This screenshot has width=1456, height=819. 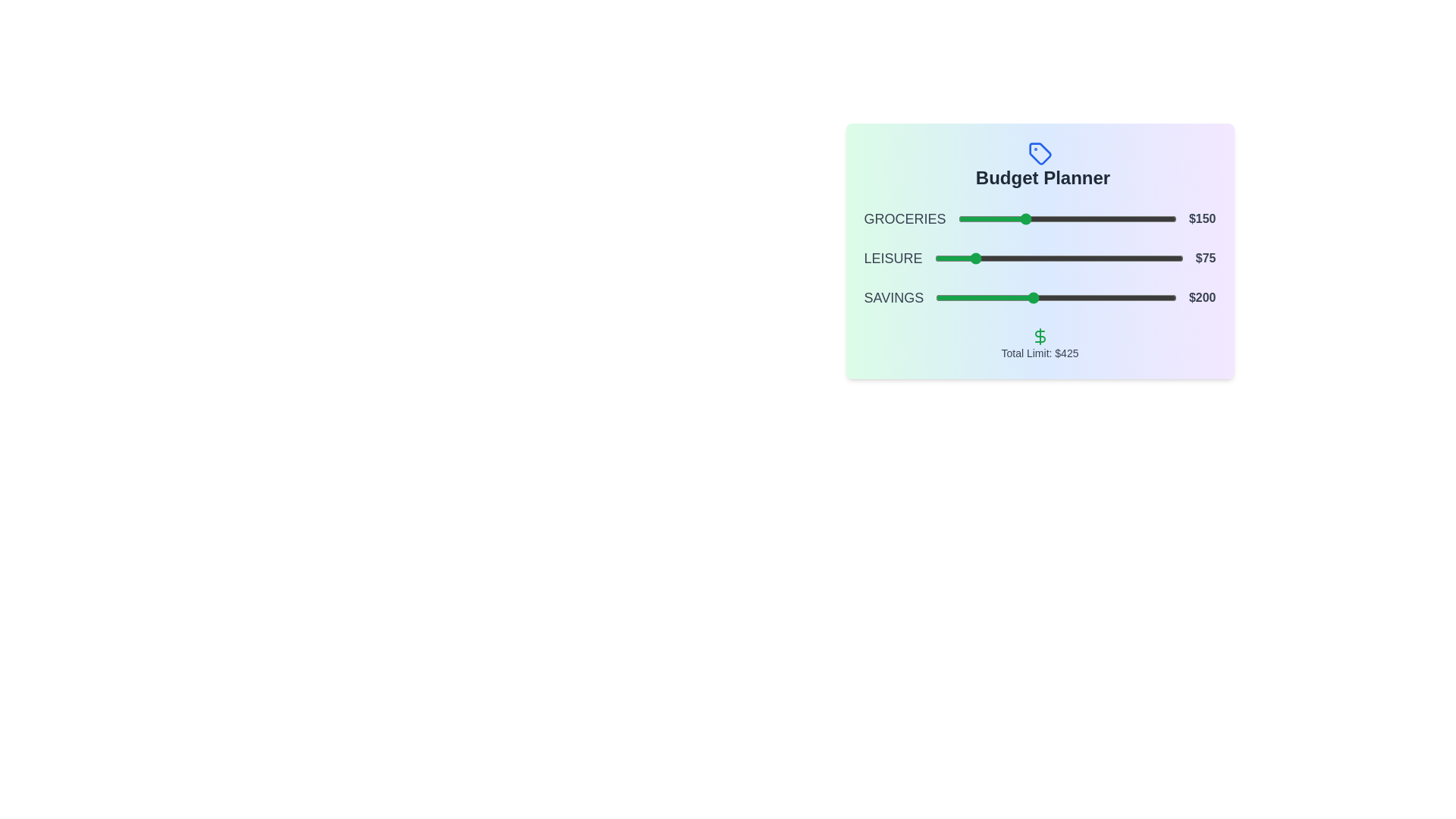 What do you see at coordinates (1131, 257) in the screenshot?
I see `the slider for 1 to 395` at bounding box center [1131, 257].